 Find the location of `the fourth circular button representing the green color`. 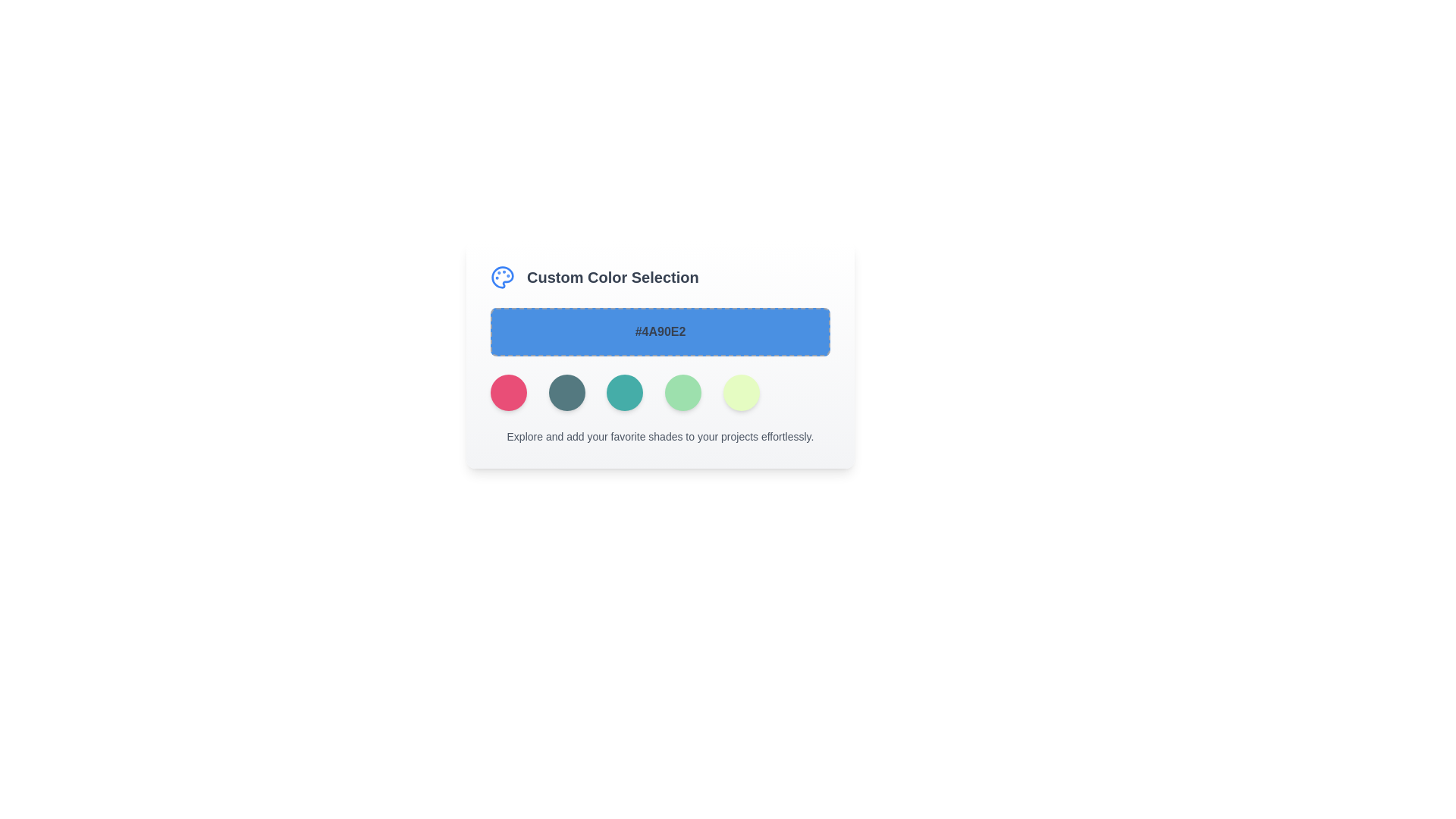

the fourth circular button representing the green color is located at coordinates (682, 391).